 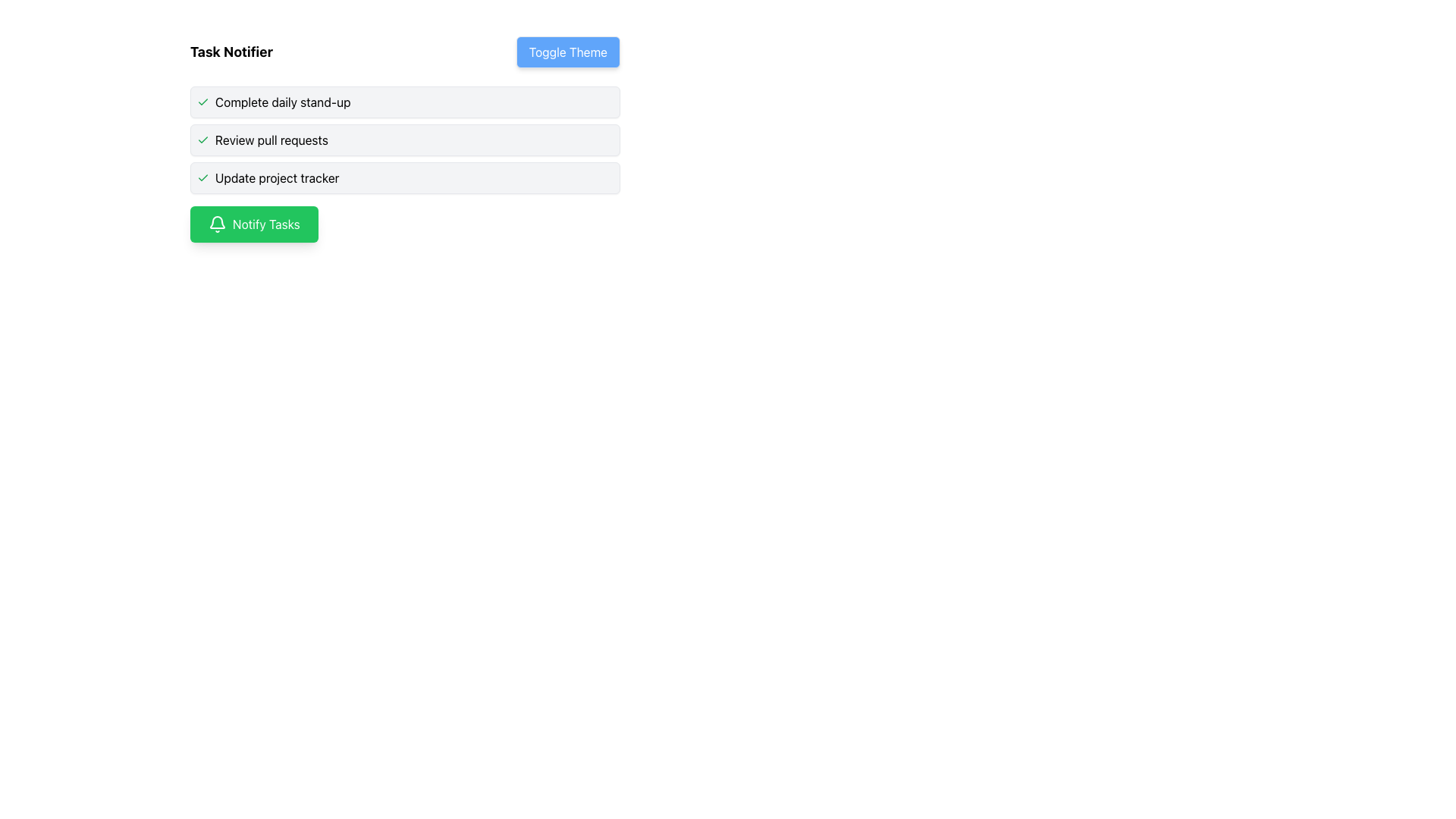 I want to click on text displayed on the 'Notify Tasks' label, which is located within a green button at the lower part of the interface, so click(x=266, y=224).